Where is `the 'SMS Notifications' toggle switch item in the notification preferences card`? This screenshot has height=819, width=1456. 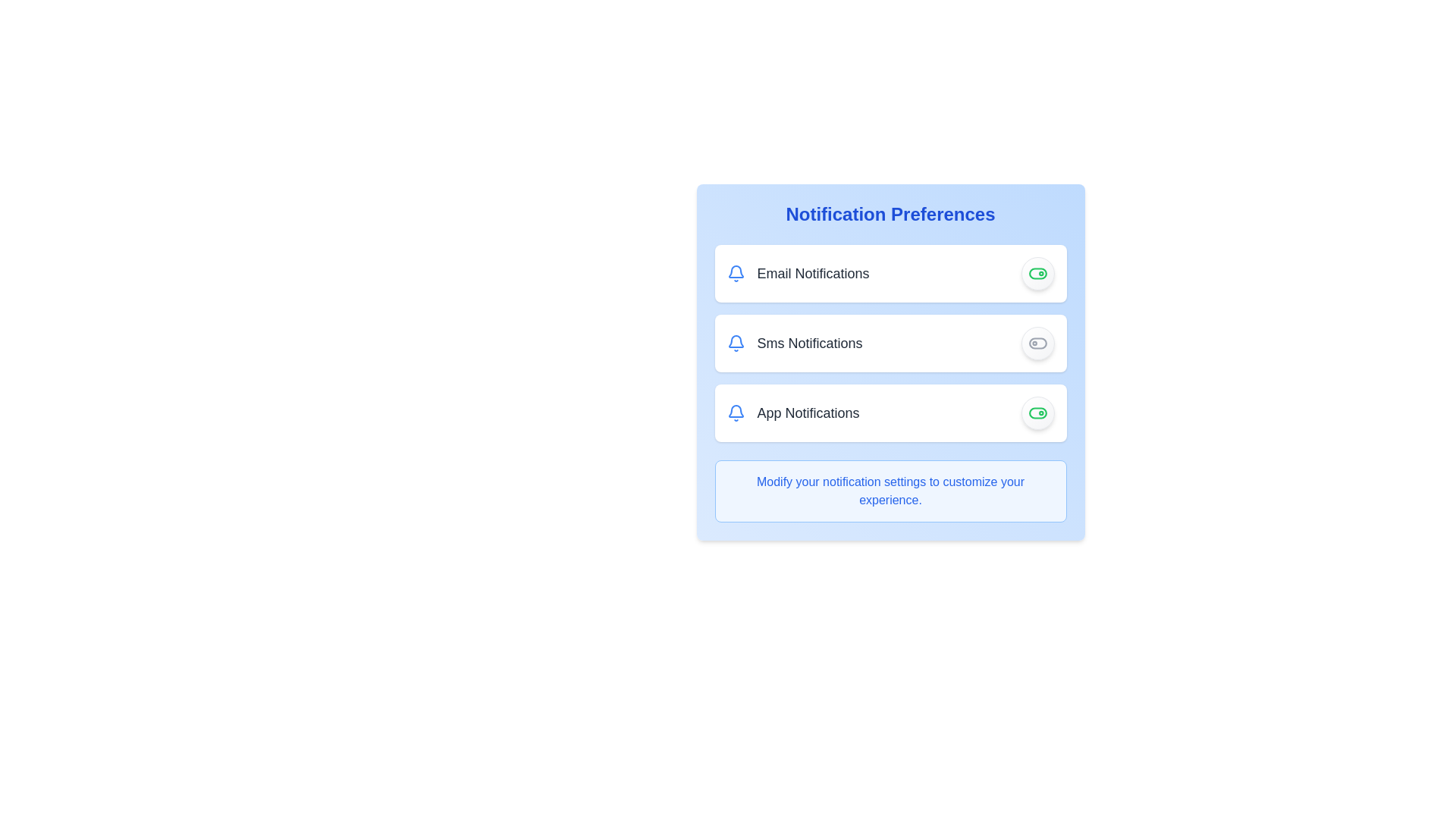
the 'SMS Notifications' toggle switch item in the notification preferences card is located at coordinates (890, 362).